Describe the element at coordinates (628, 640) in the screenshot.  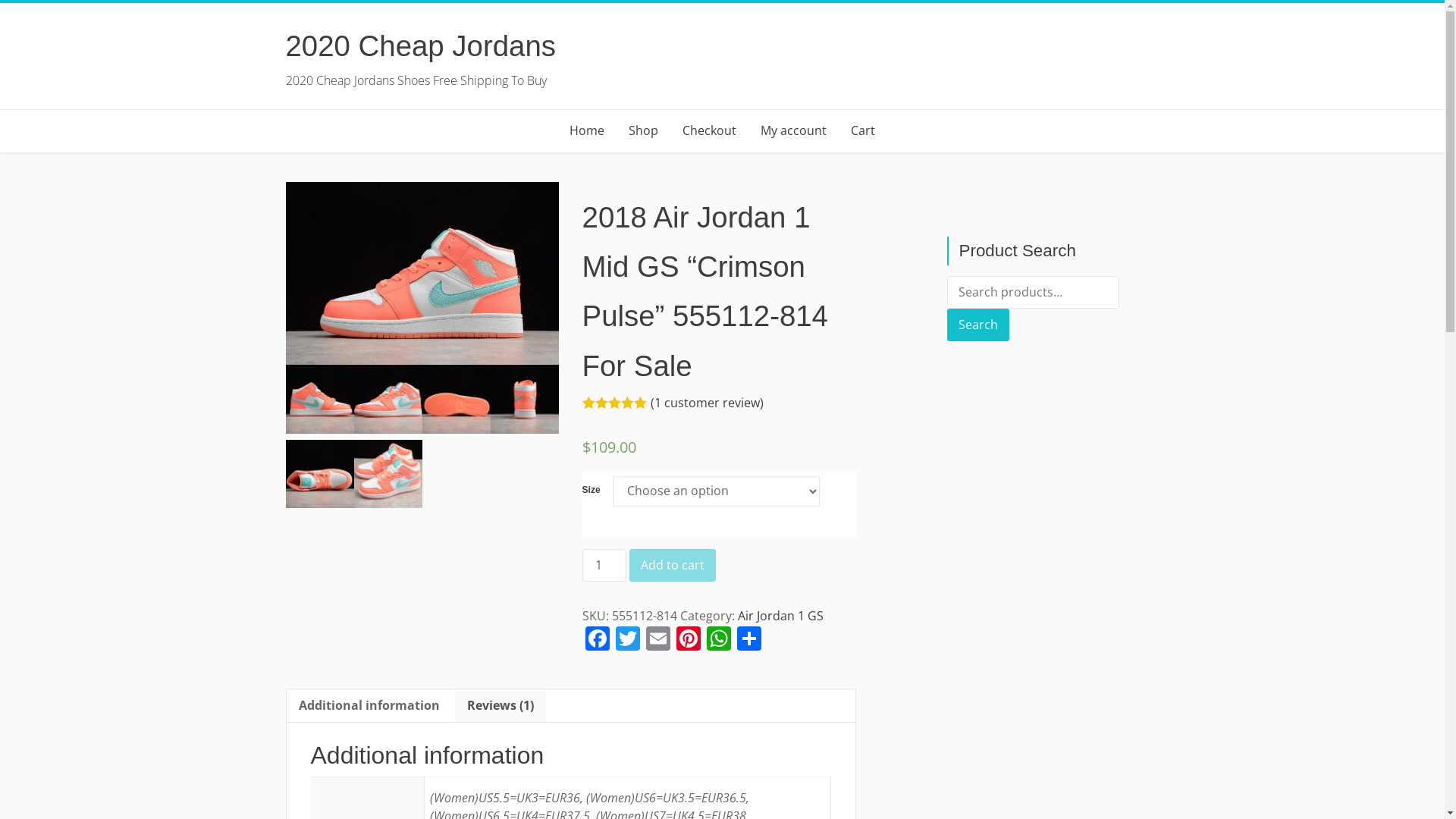
I see `'Twitter'` at that location.